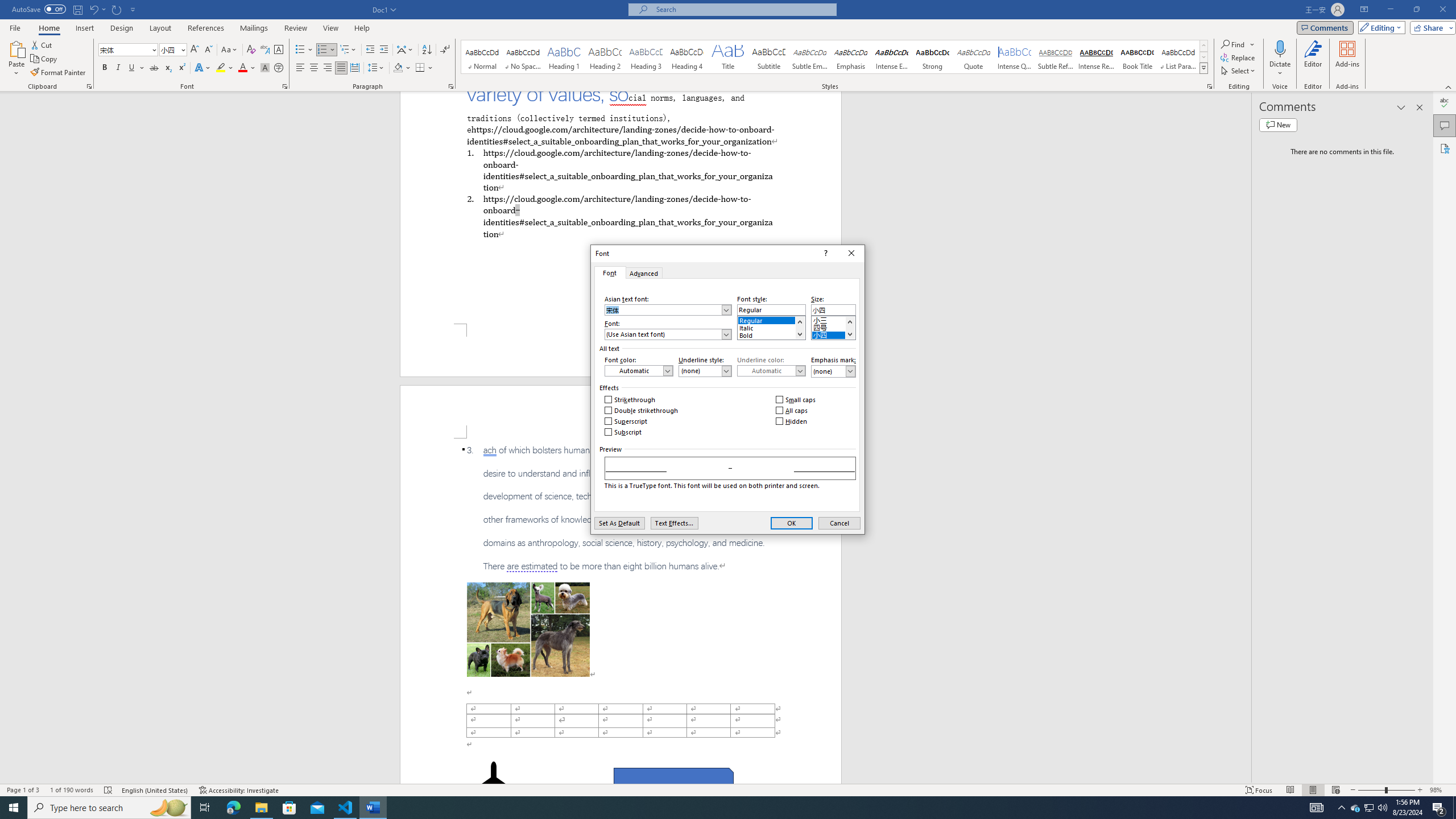  I want to click on 'Strikethrough', so click(630, 399).